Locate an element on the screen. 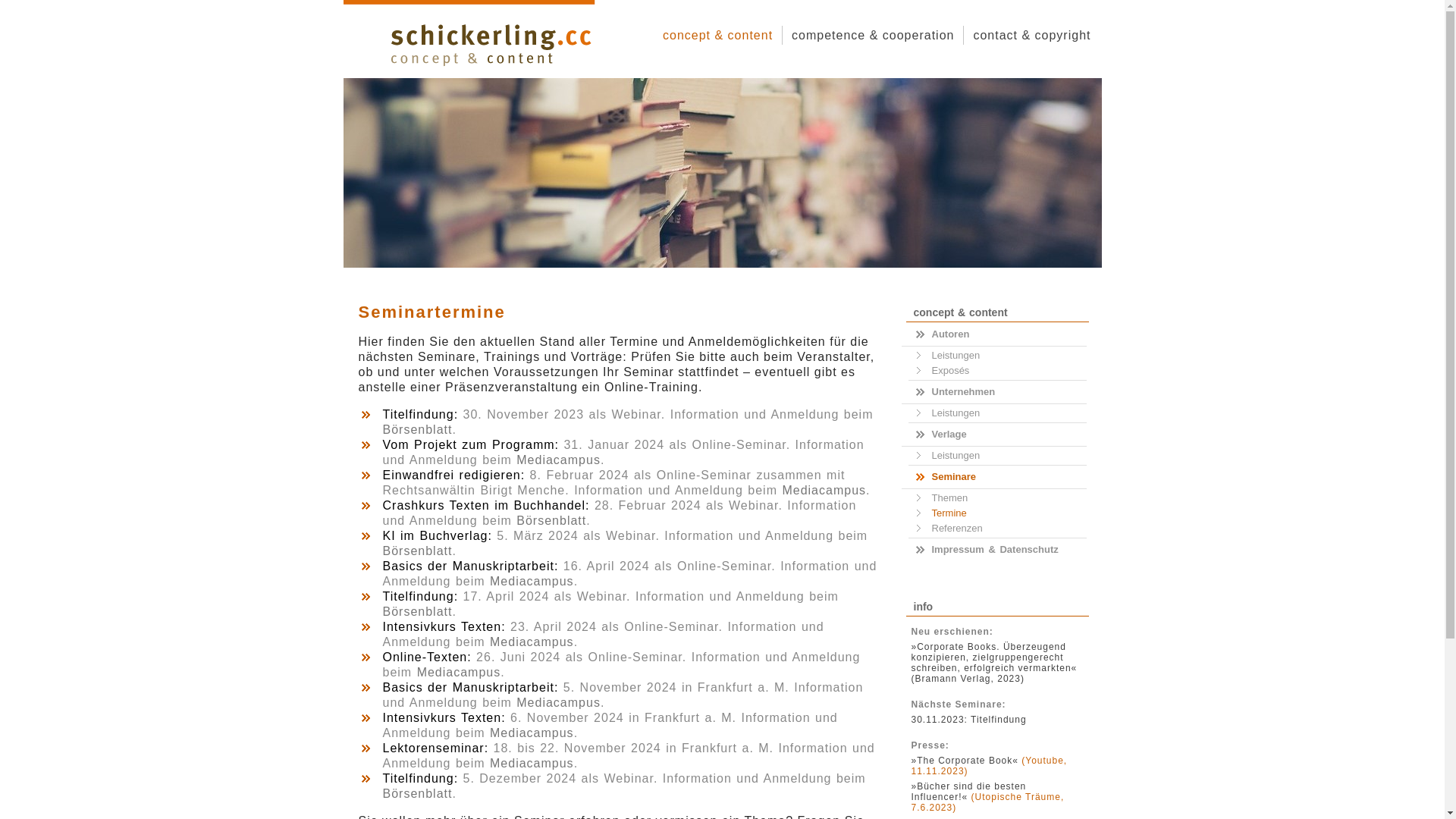 This screenshot has height=819, width=1456. 'Autoren' is located at coordinates (997, 333).